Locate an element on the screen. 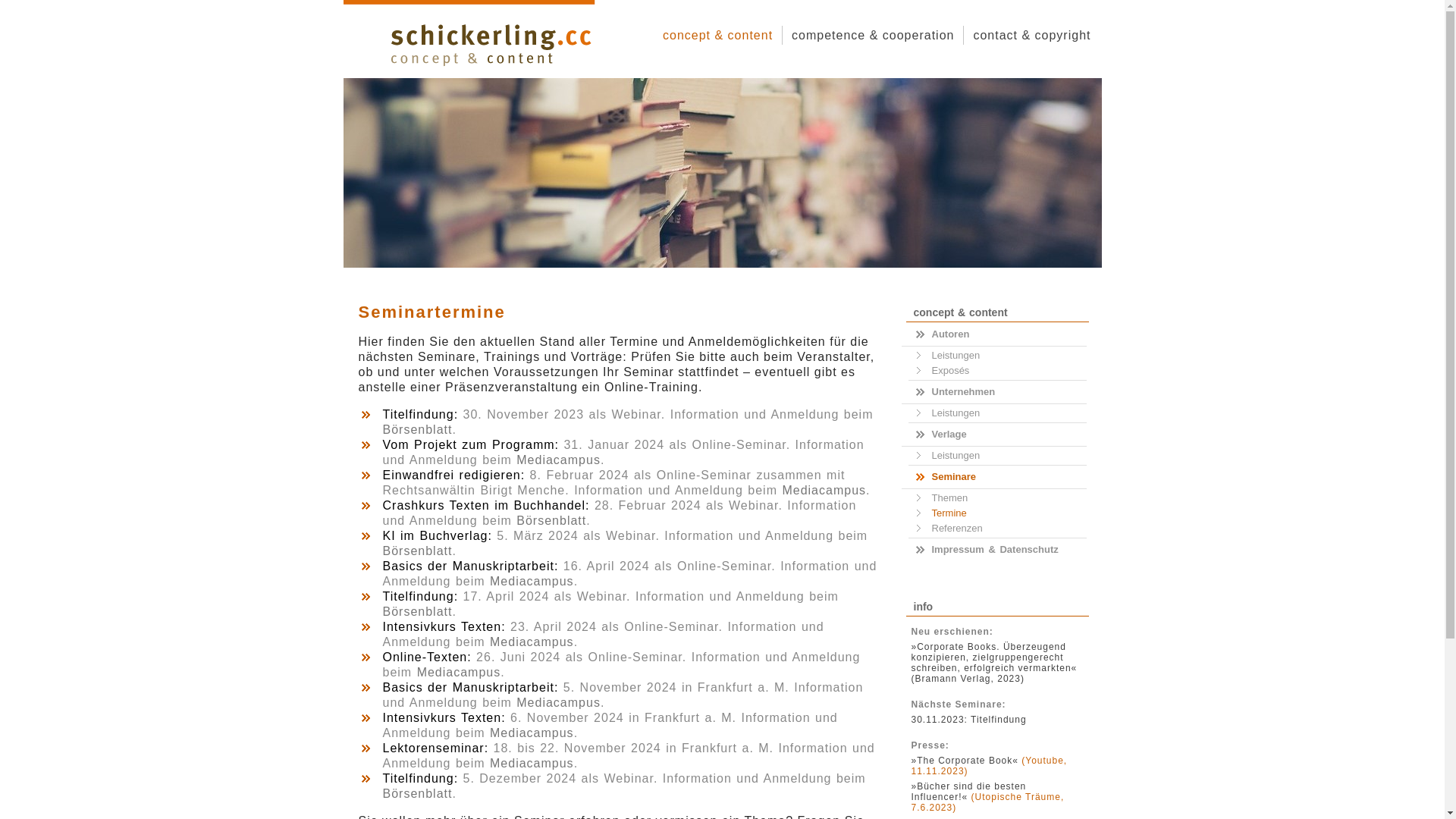 This screenshot has height=819, width=1456. 'Autoren' is located at coordinates (997, 333).